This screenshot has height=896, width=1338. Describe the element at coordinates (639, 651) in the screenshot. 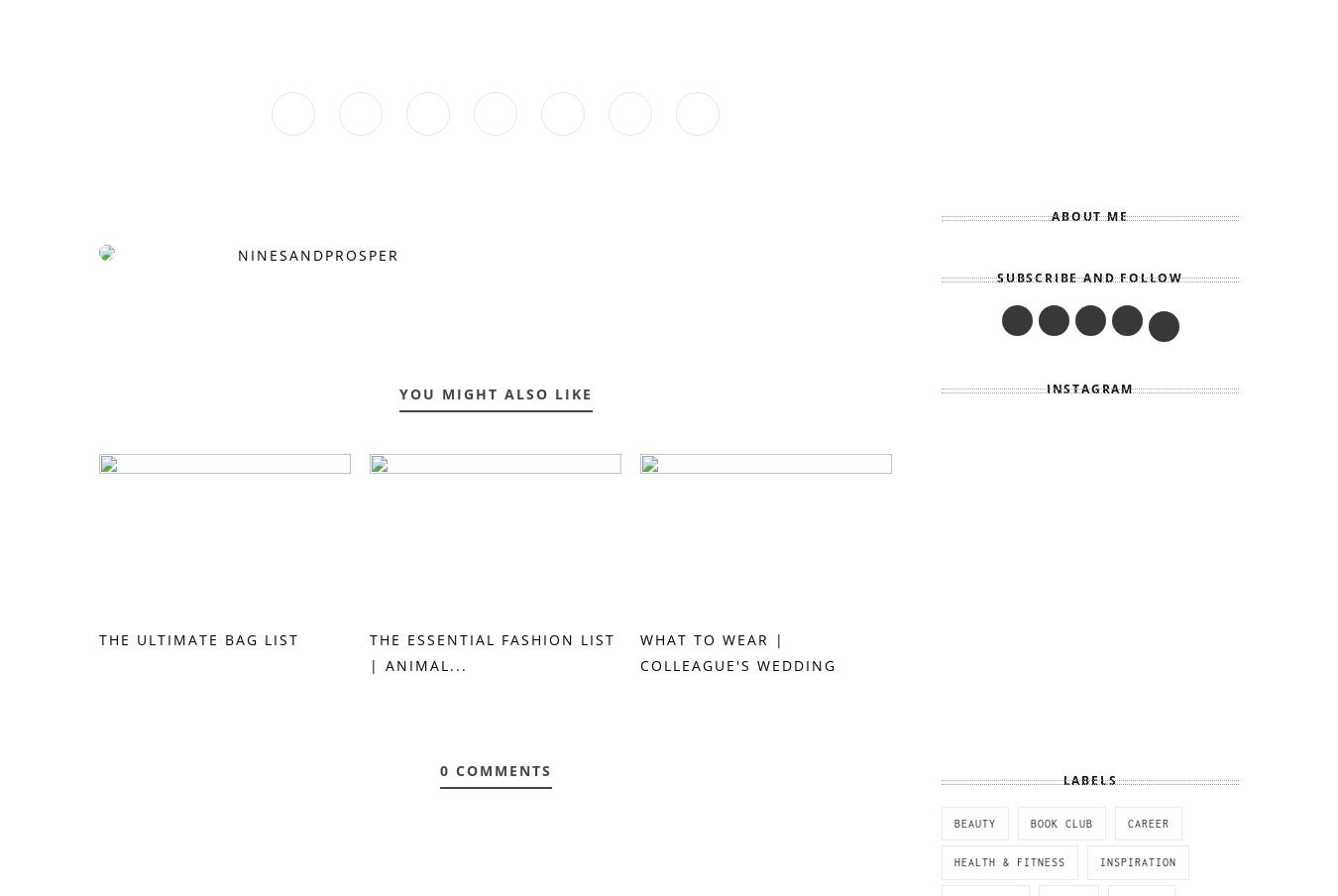

I see `'WHAT TO WEAR | Colleague's Wedding'` at that location.